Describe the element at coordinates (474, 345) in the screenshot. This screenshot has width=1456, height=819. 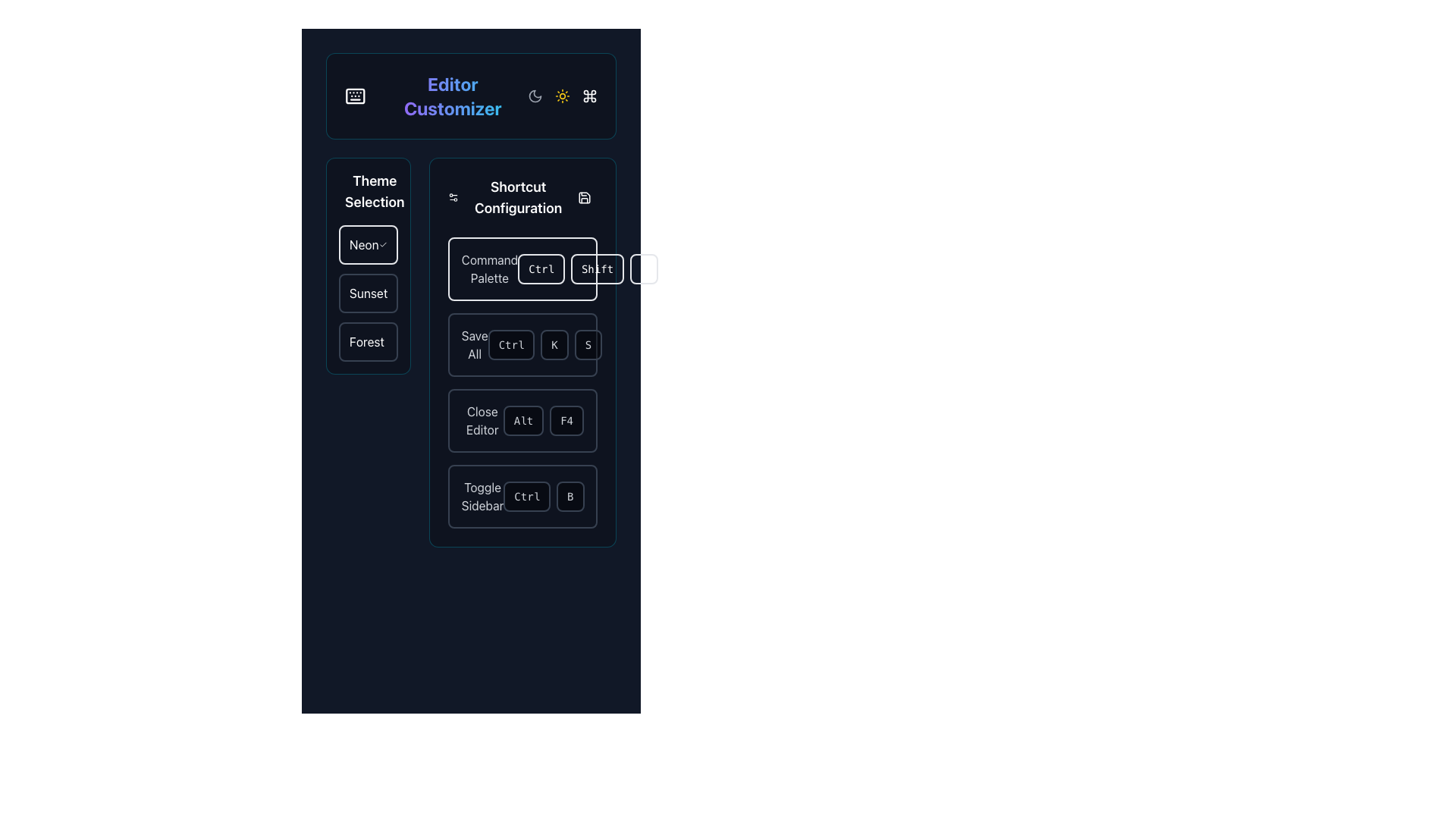
I see `the gray-colored text label displaying 'Save All' located at the top-left of the button-like section in the 'Shortcut Configuration' panel` at that location.